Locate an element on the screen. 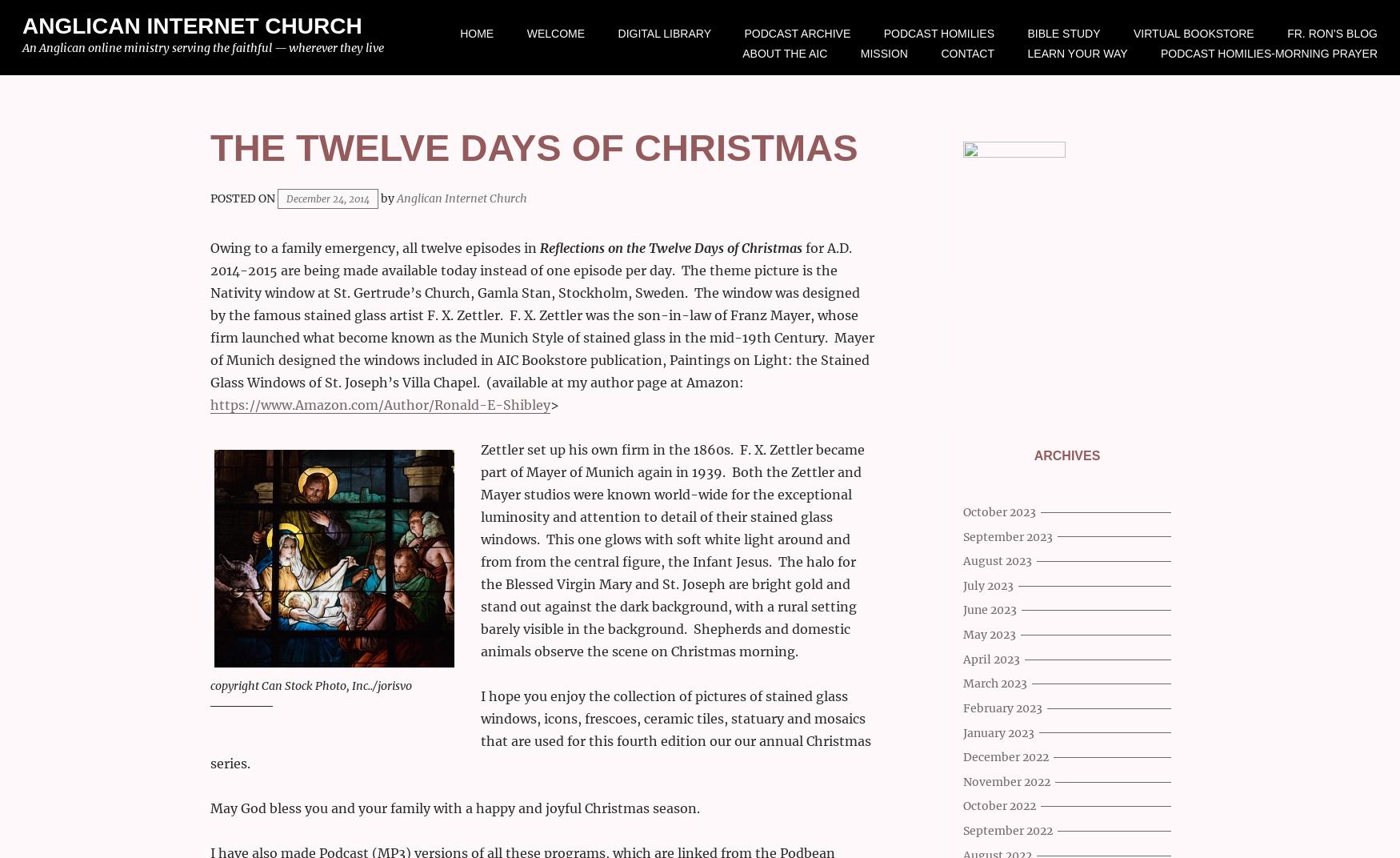  'Bible Study' is located at coordinates (1063, 33).